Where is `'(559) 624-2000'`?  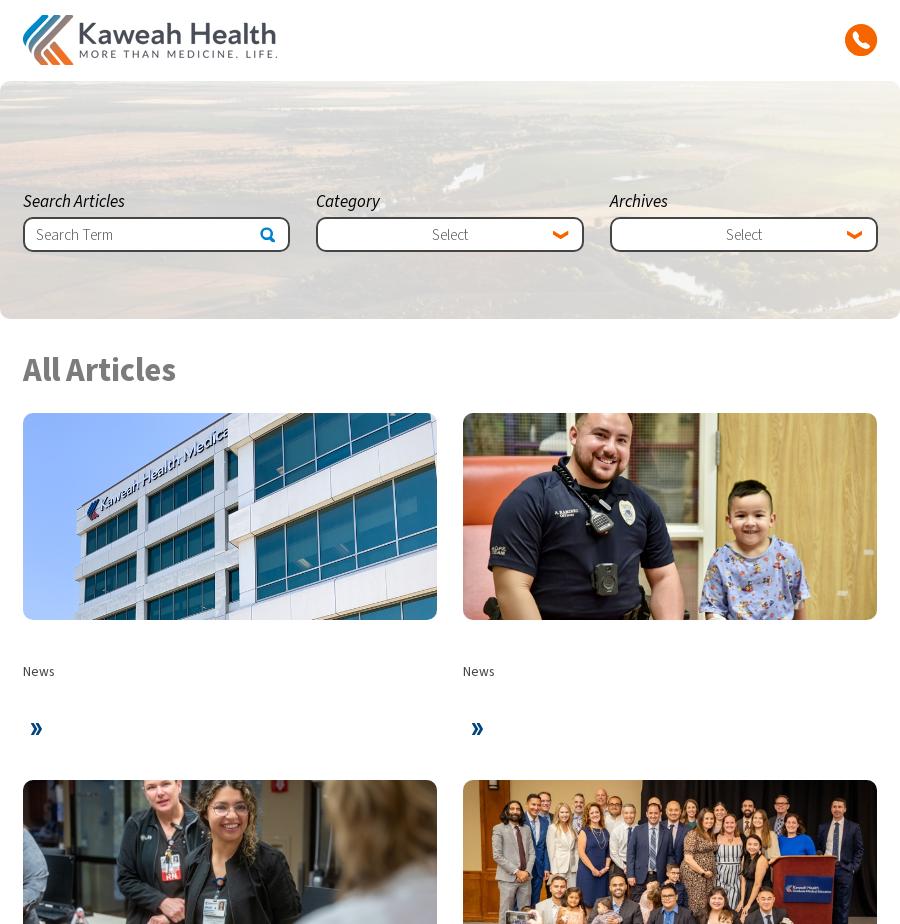
'(559) 624-2000' is located at coordinates (450, 810).